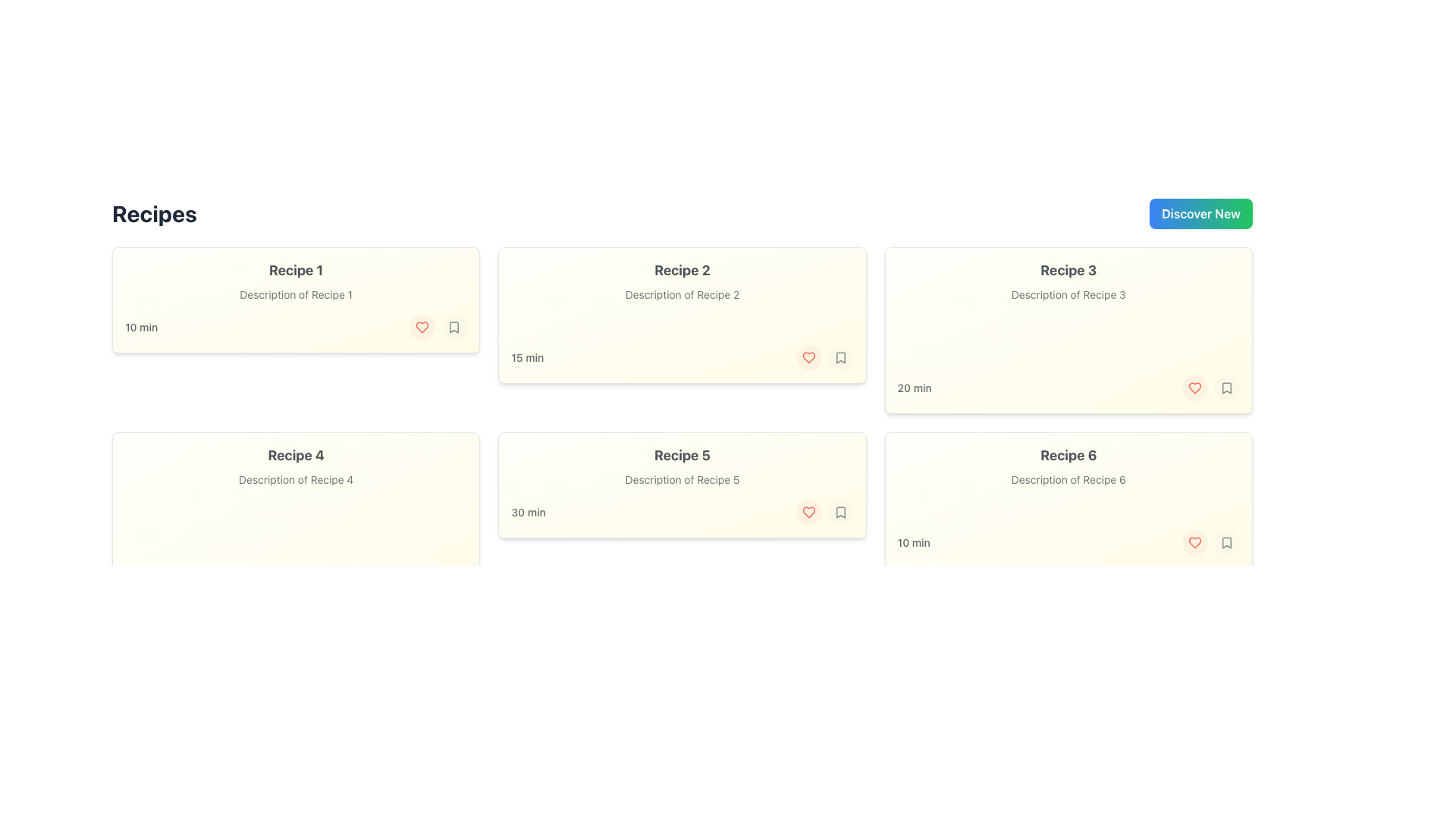 This screenshot has height=819, width=1456. Describe the element at coordinates (1068, 270) in the screenshot. I see `text content of the 'Recipe 3' title label located in the third card of the top row` at that location.